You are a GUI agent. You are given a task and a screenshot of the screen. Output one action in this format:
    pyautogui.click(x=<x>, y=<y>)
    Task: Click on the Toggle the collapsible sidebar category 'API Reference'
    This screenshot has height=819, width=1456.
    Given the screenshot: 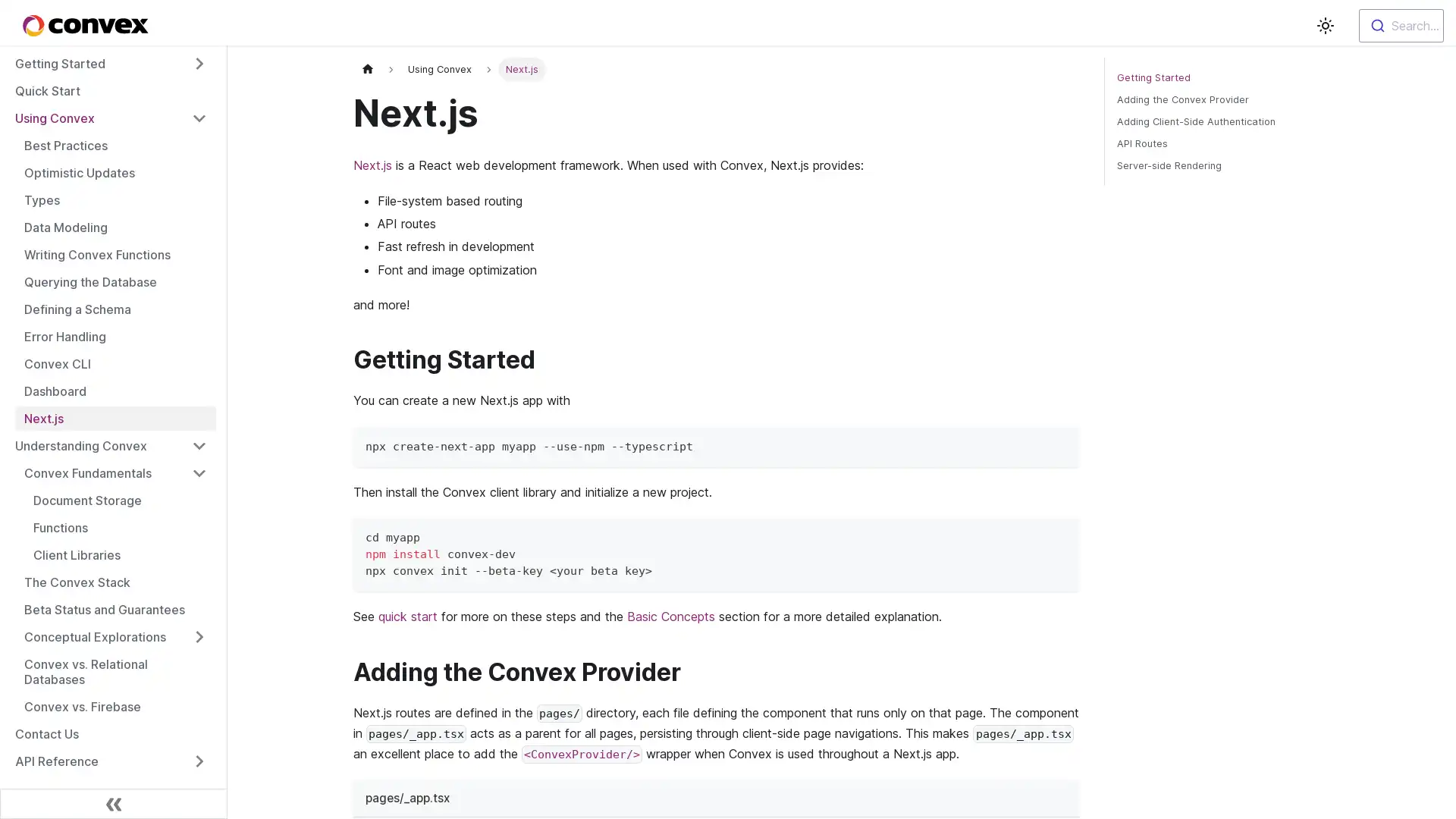 What is the action you would take?
    pyautogui.click(x=199, y=761)
    